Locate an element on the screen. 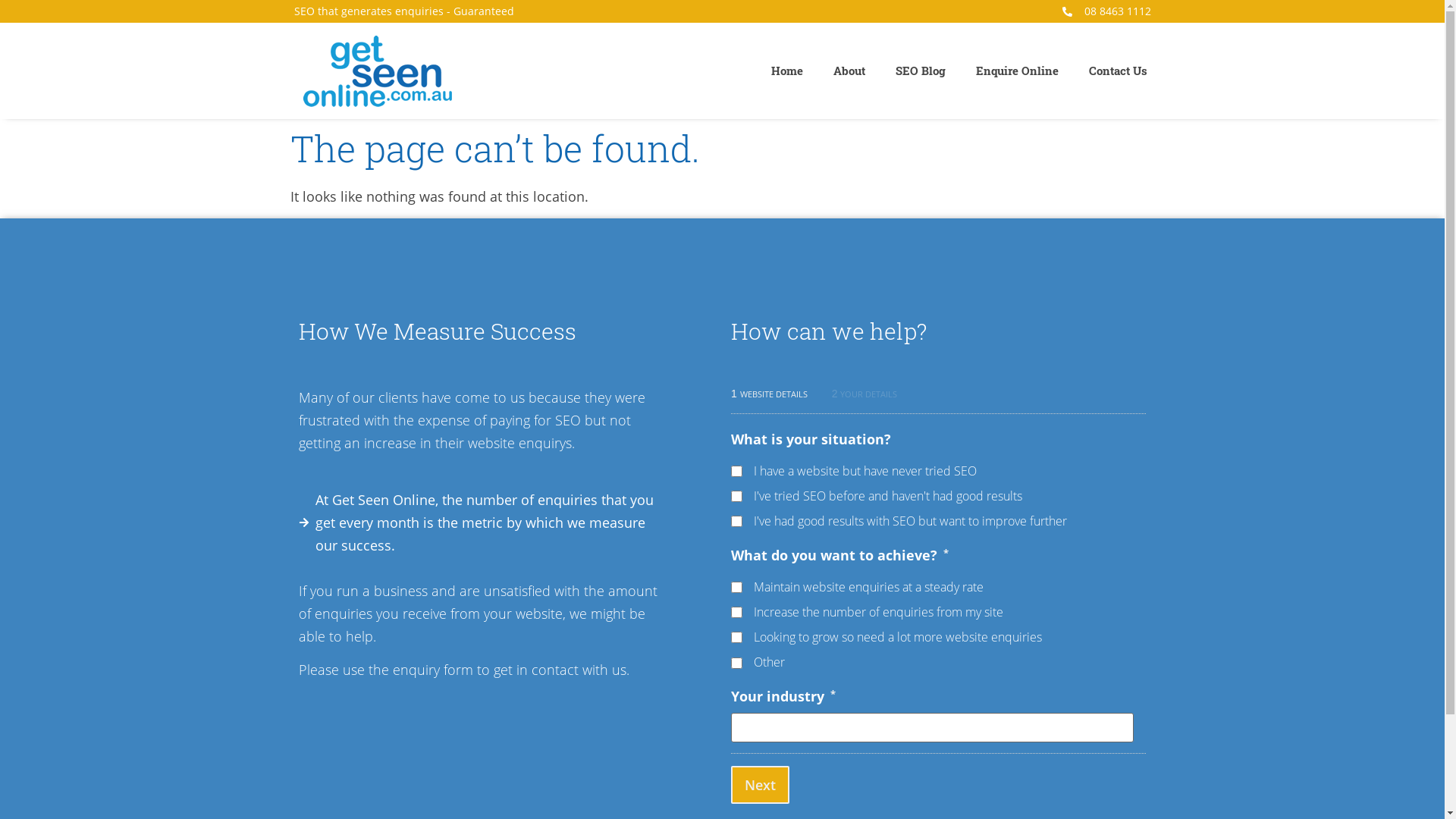 The image size is (1456, 819). 'Next' is located at coordinates (760, 784).